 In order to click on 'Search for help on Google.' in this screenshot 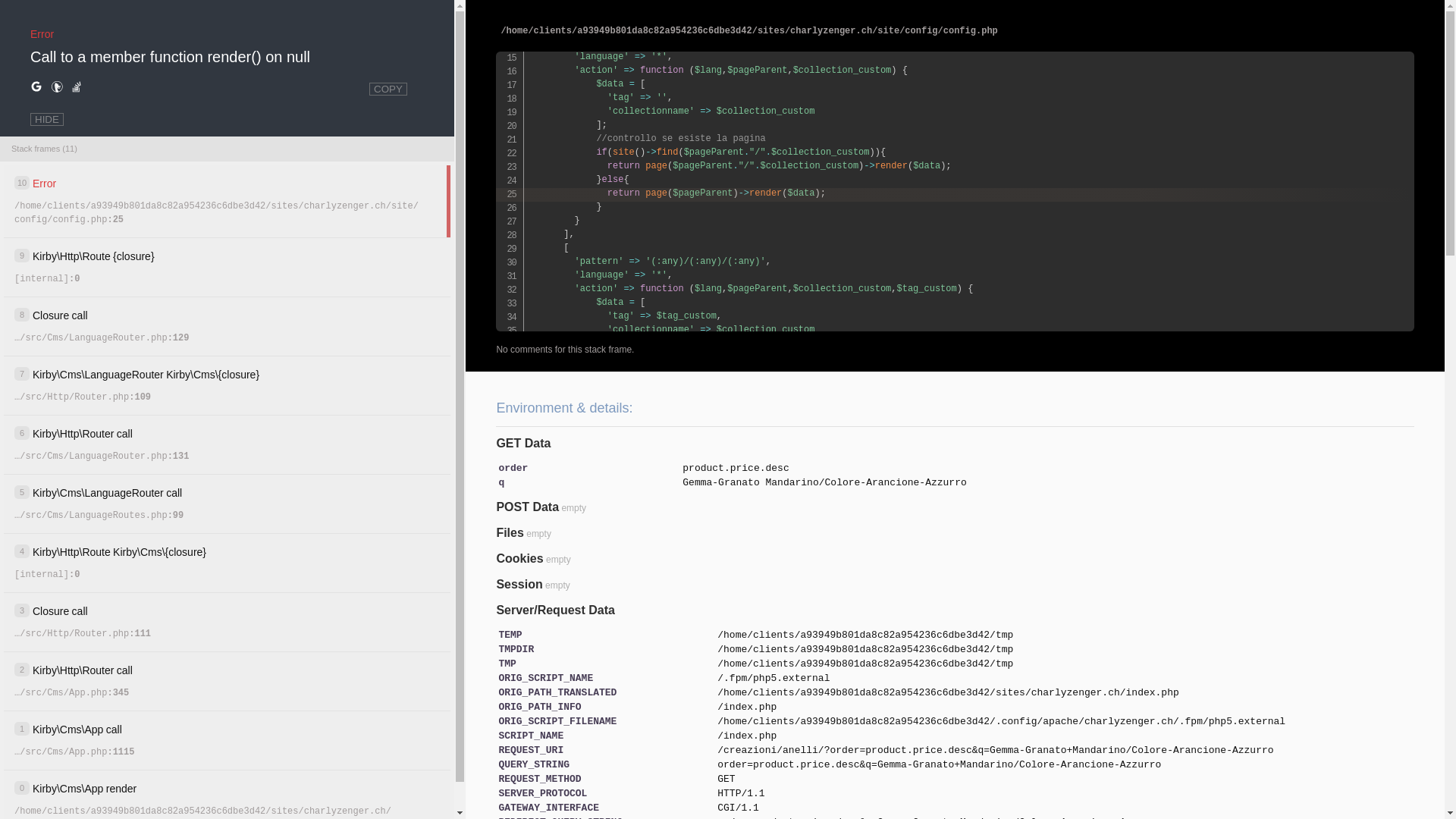, I will do `click(36, 87)`.